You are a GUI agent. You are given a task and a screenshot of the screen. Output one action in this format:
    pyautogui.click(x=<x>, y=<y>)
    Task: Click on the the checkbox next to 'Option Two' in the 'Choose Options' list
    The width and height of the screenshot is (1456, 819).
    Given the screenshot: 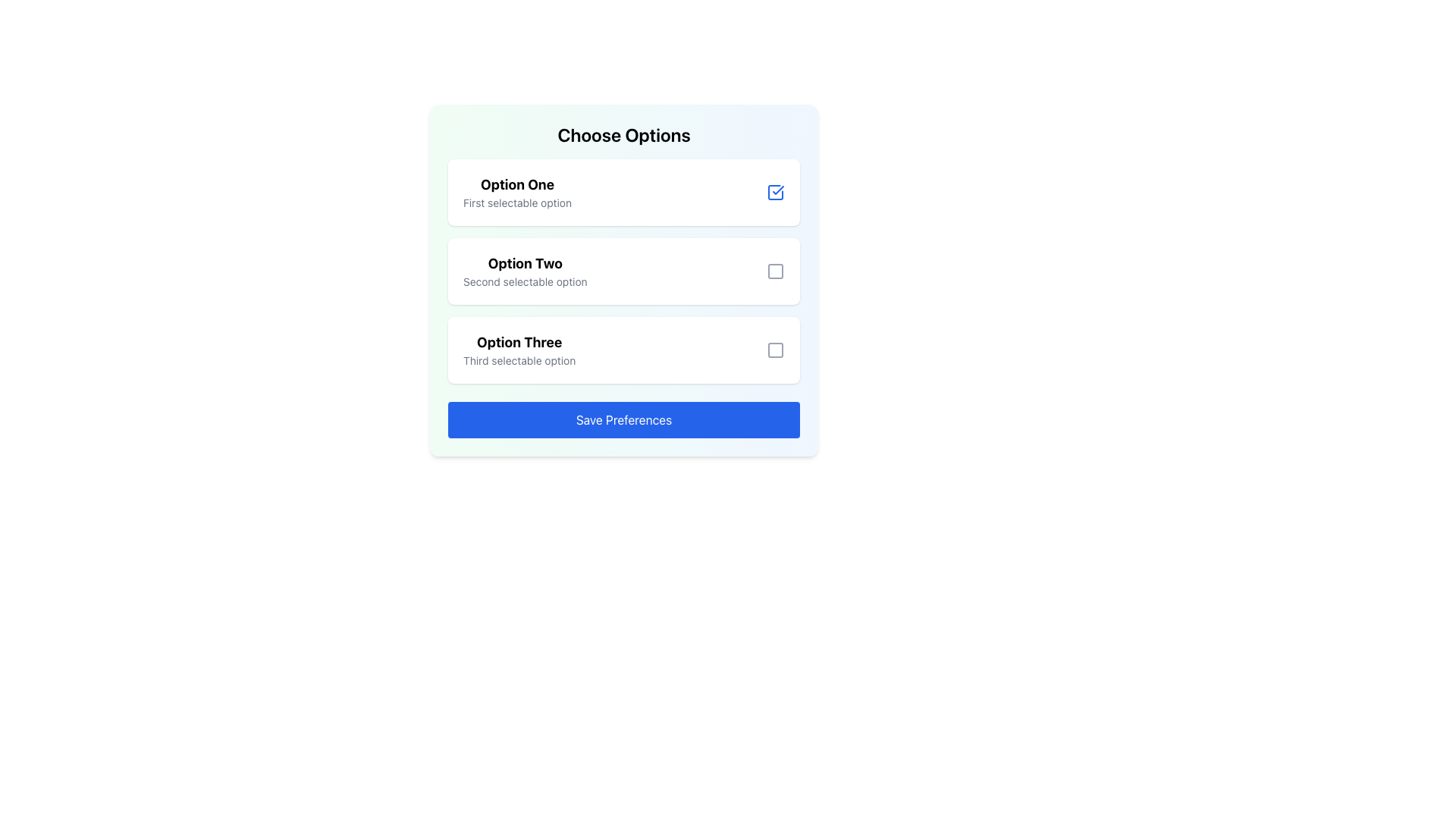 What is the action you would take?
    pyautogui.click(x=623, y=281)
    